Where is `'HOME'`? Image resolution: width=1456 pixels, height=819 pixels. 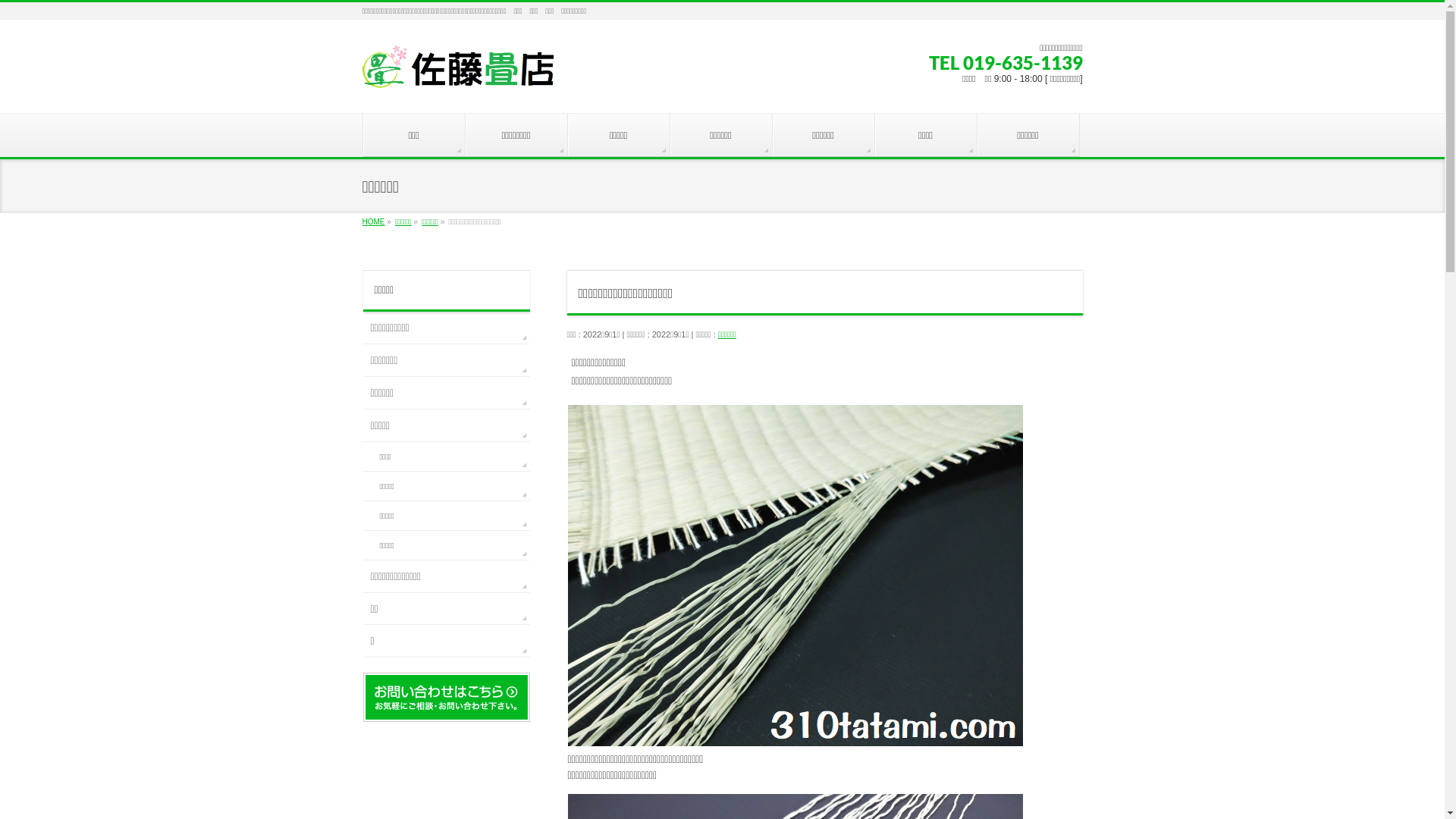
'HOME' is located at coordinates (374, 221).